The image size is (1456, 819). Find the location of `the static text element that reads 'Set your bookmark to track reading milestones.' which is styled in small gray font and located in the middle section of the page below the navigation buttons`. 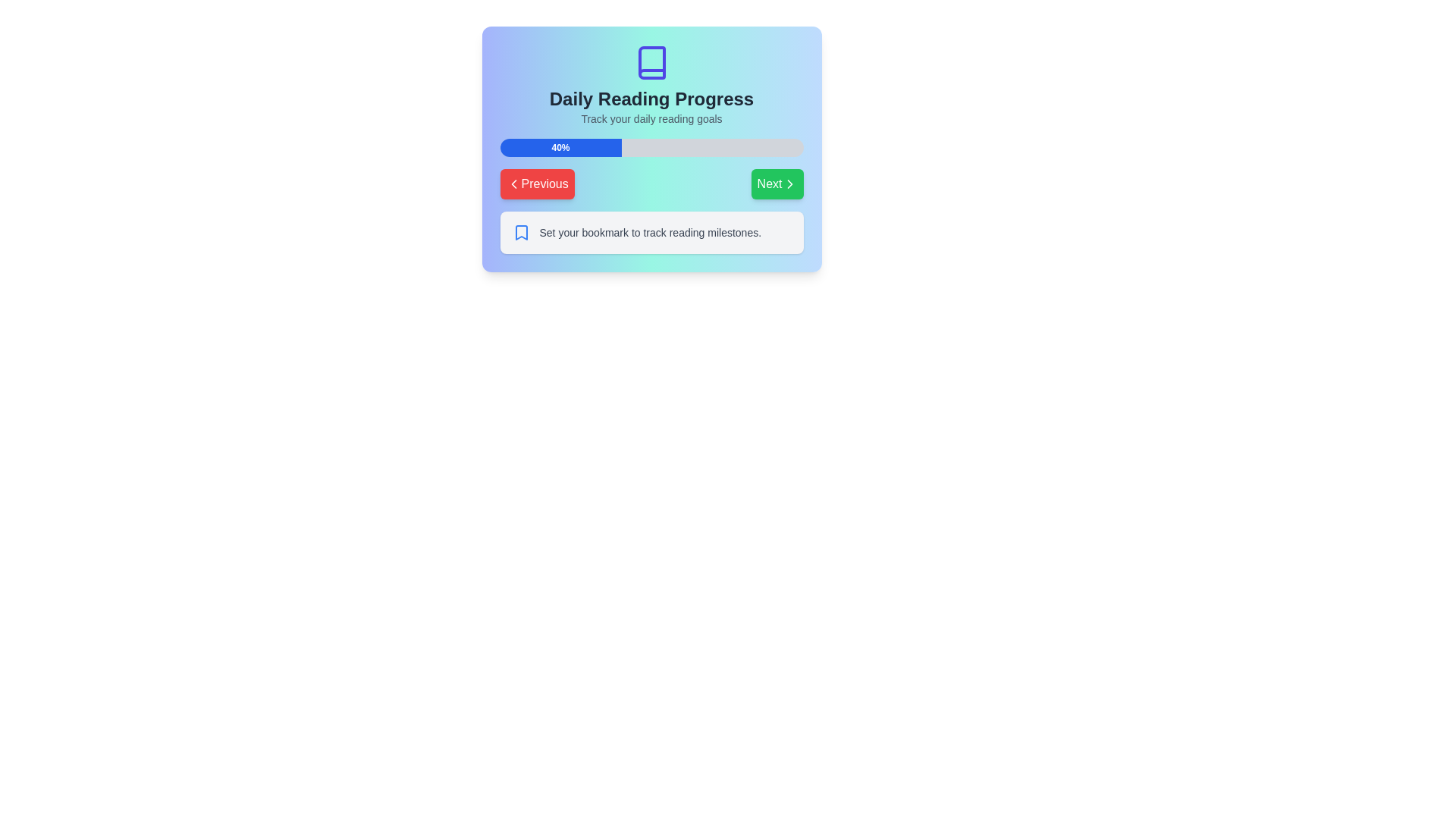

the static text element that reads 'Set your bookmark to track reading milestones.' which is styled in small gray font and located in the middle section of the page below the navigation buttons is located at coordinates (650, 233).